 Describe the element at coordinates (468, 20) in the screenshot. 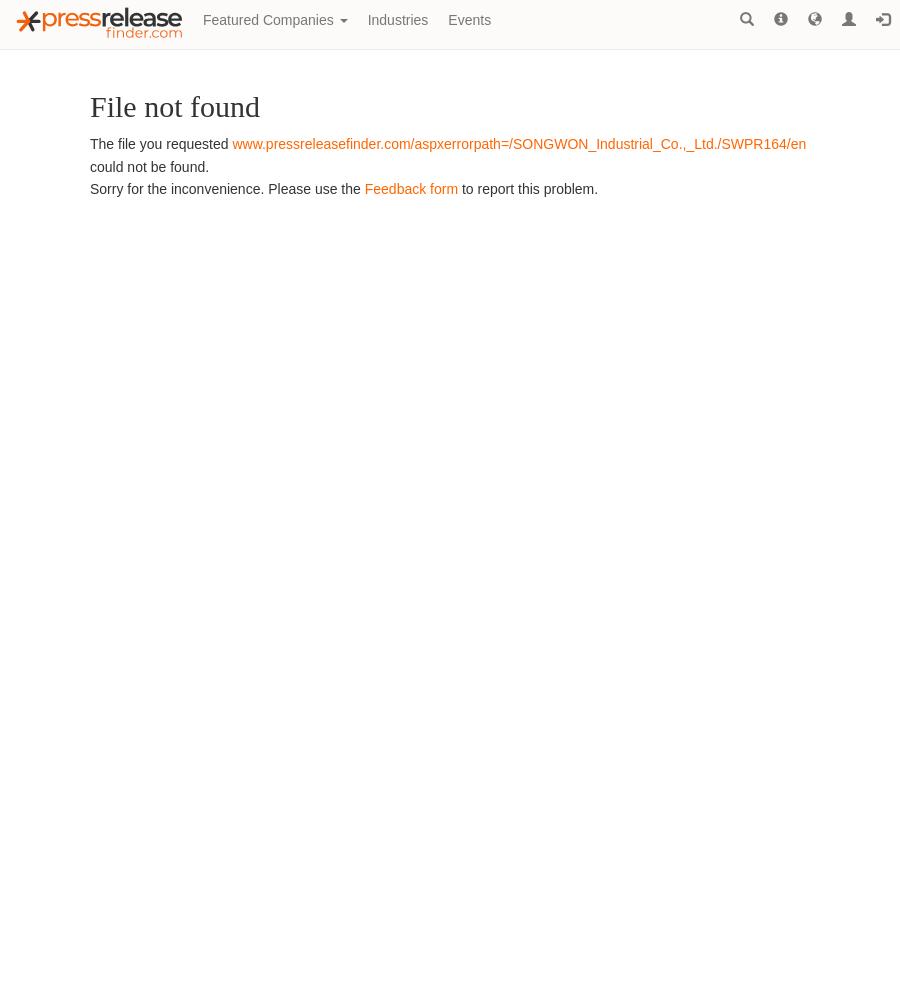

I see `'Events'` at that location.